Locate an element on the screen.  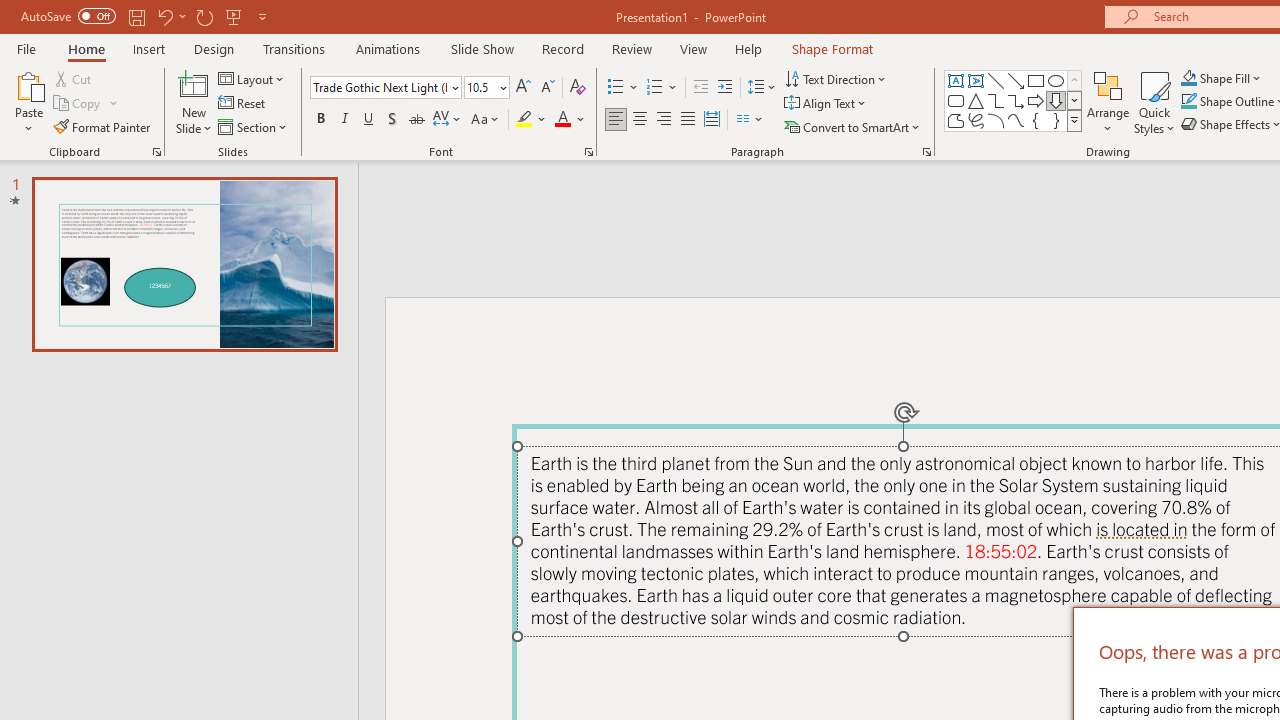
'Rectangle' is located at coordinates (1036, 80).